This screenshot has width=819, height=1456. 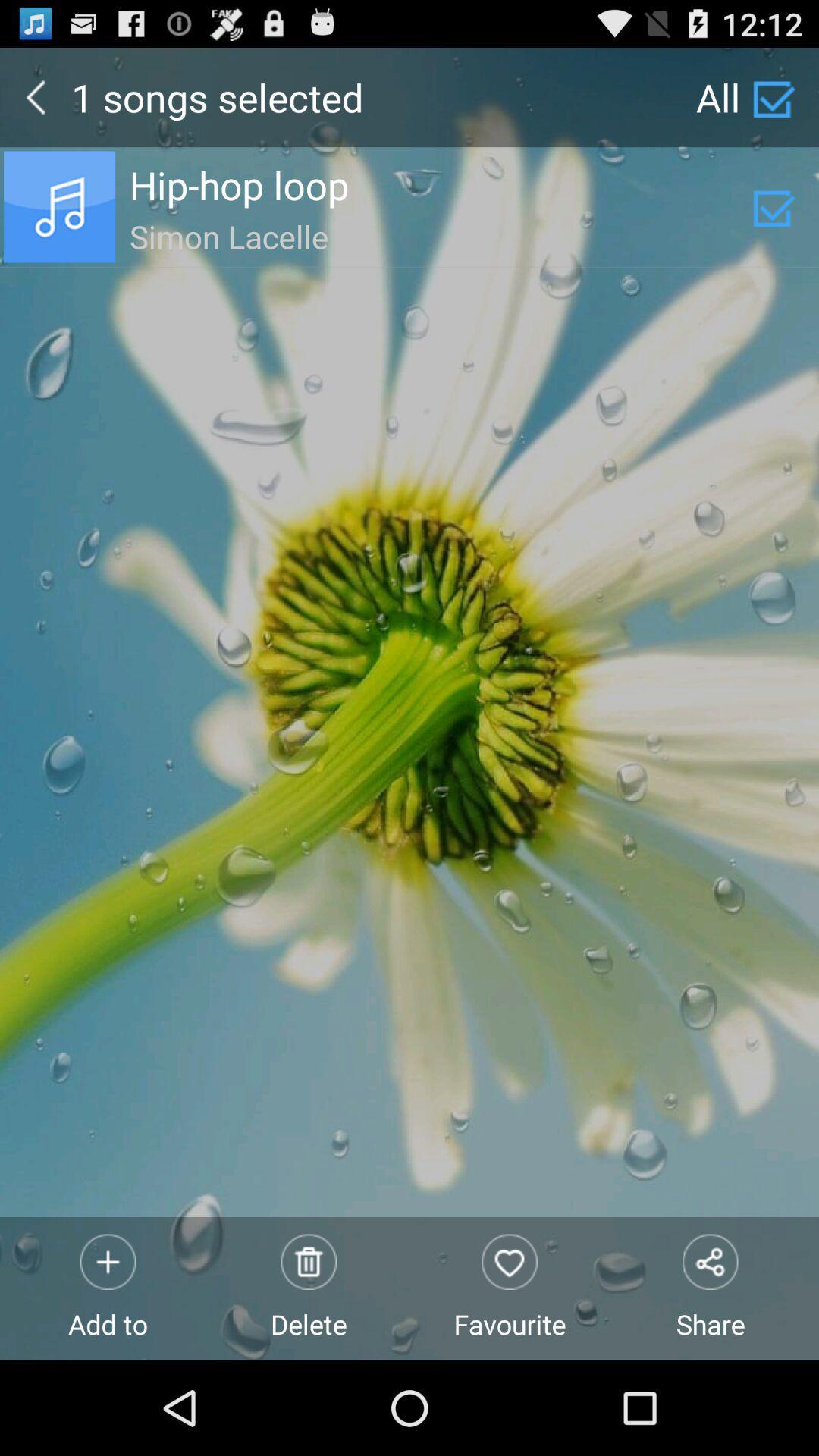 I want to click on the arrow_backward icon, so click(x=35, y=103).